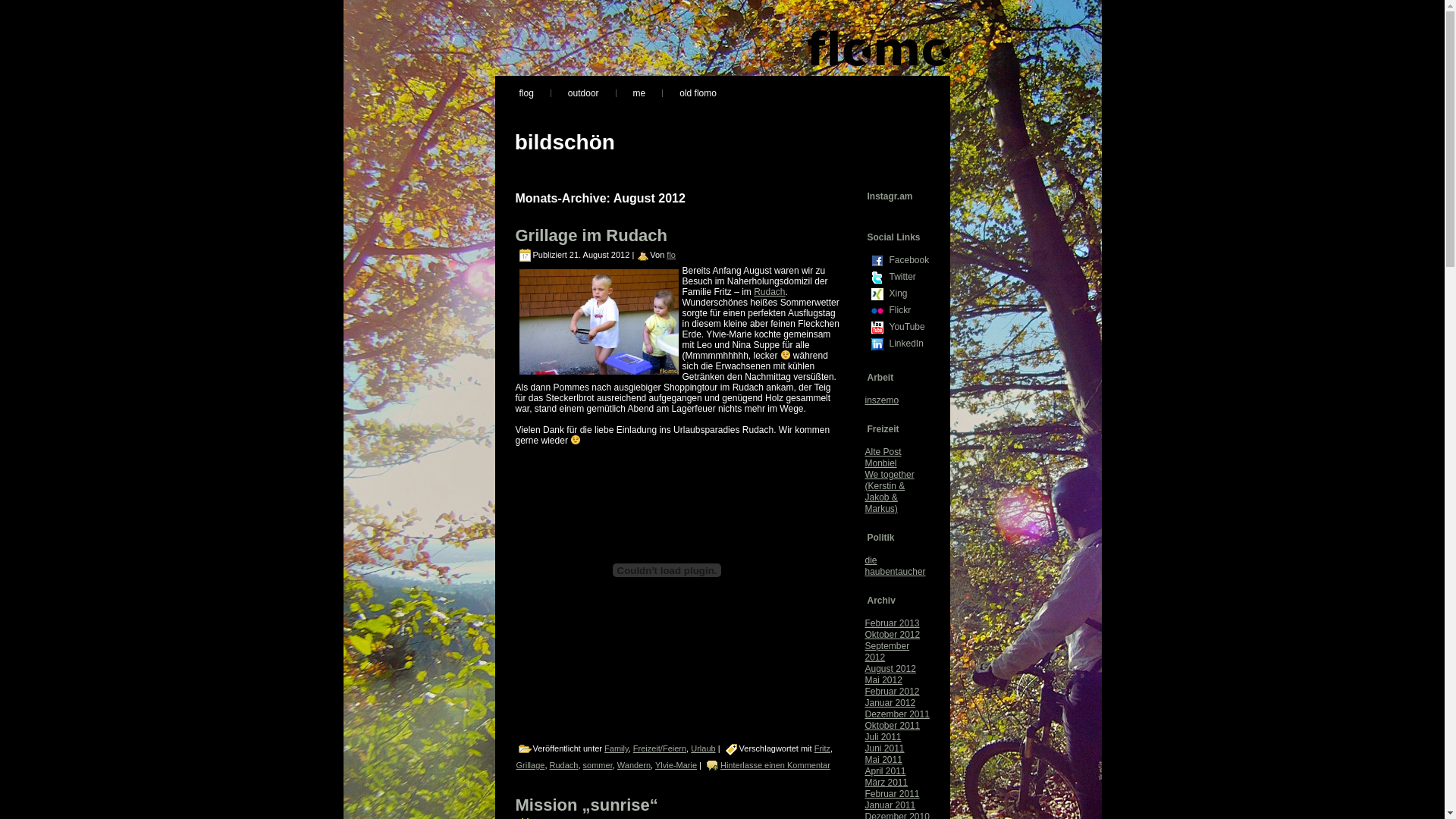 The width and height of the screenshot is (1456, 819). What do you see at coordinates (753, 292) in the screenshot?
I see `'Rudach'` at bounding box center [753, 292].